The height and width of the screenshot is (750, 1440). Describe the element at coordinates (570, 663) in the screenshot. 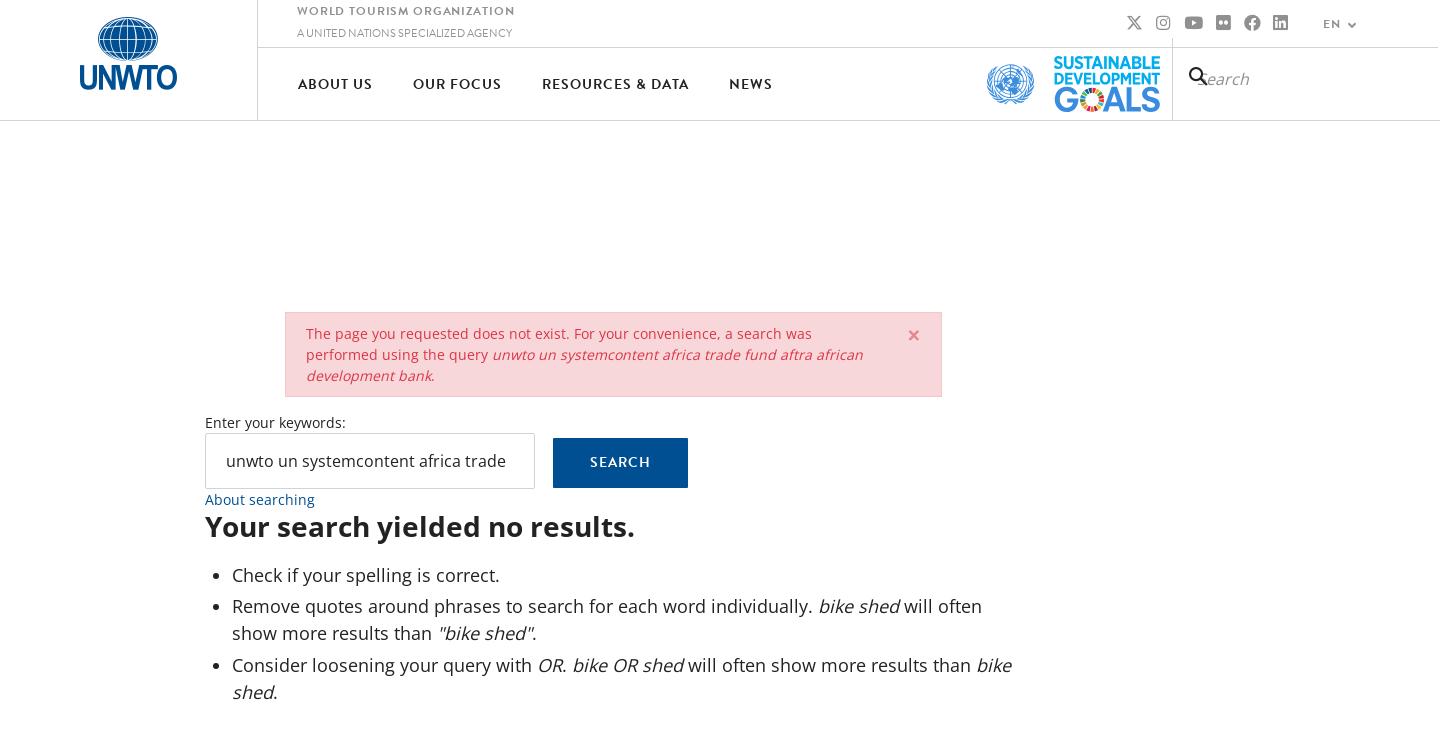

I see `'bike OR shed'` at that location.